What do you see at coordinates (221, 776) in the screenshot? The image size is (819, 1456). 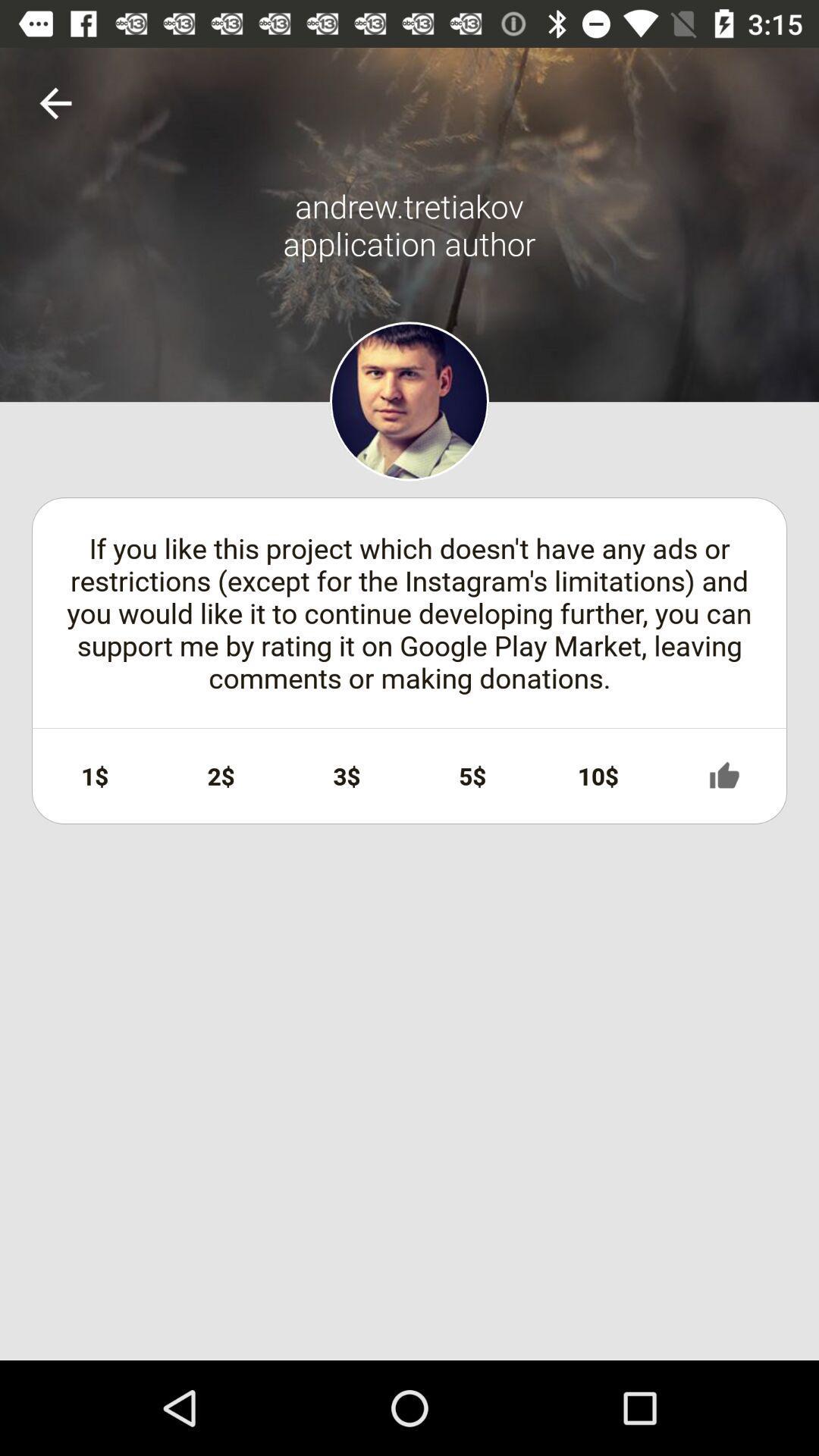 I see `the icon below the if you like` at bounding box center [221, 776].